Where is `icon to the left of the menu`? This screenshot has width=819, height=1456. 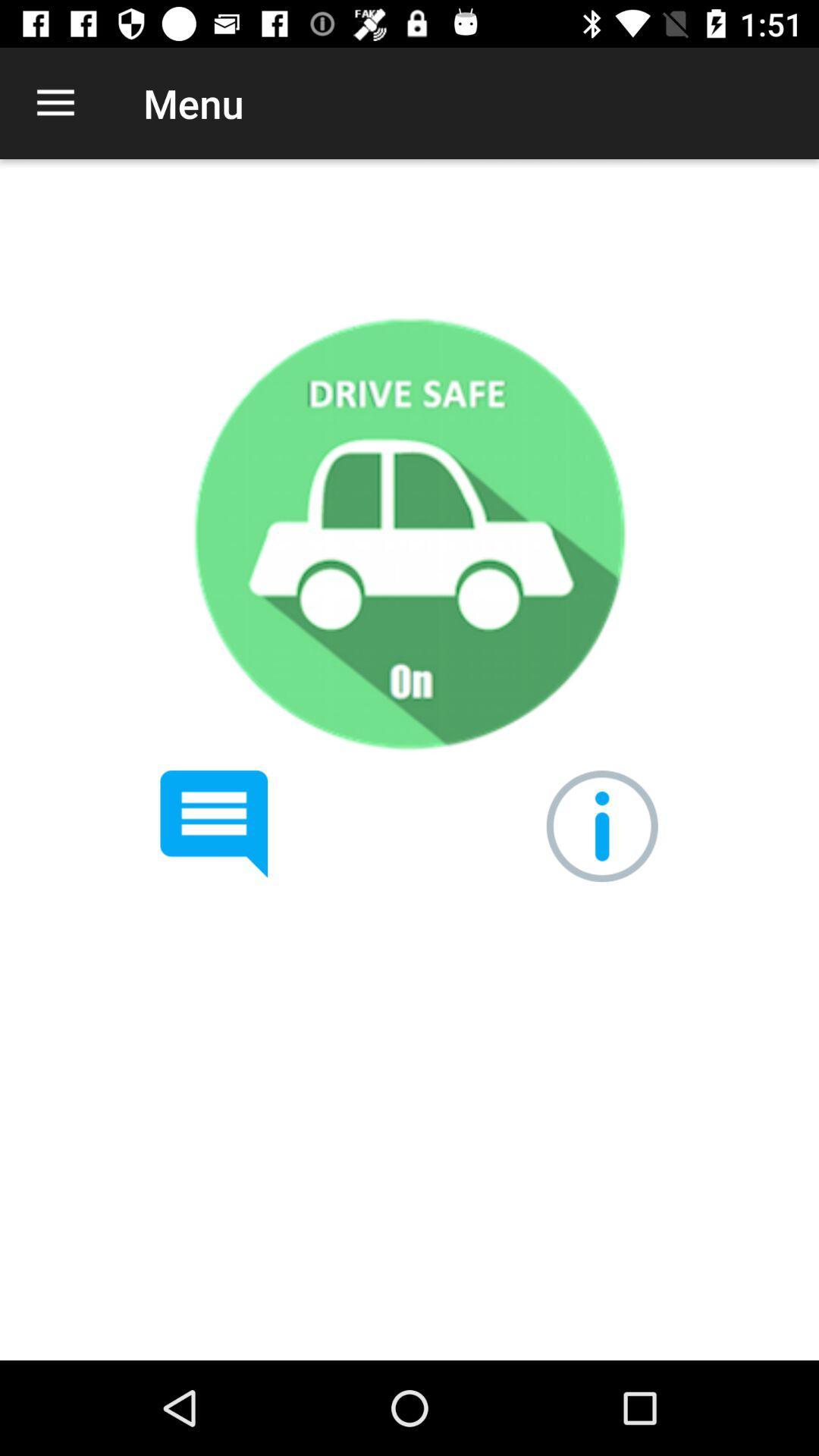
icon to the left of the menu is located at coordinates (55, 102).